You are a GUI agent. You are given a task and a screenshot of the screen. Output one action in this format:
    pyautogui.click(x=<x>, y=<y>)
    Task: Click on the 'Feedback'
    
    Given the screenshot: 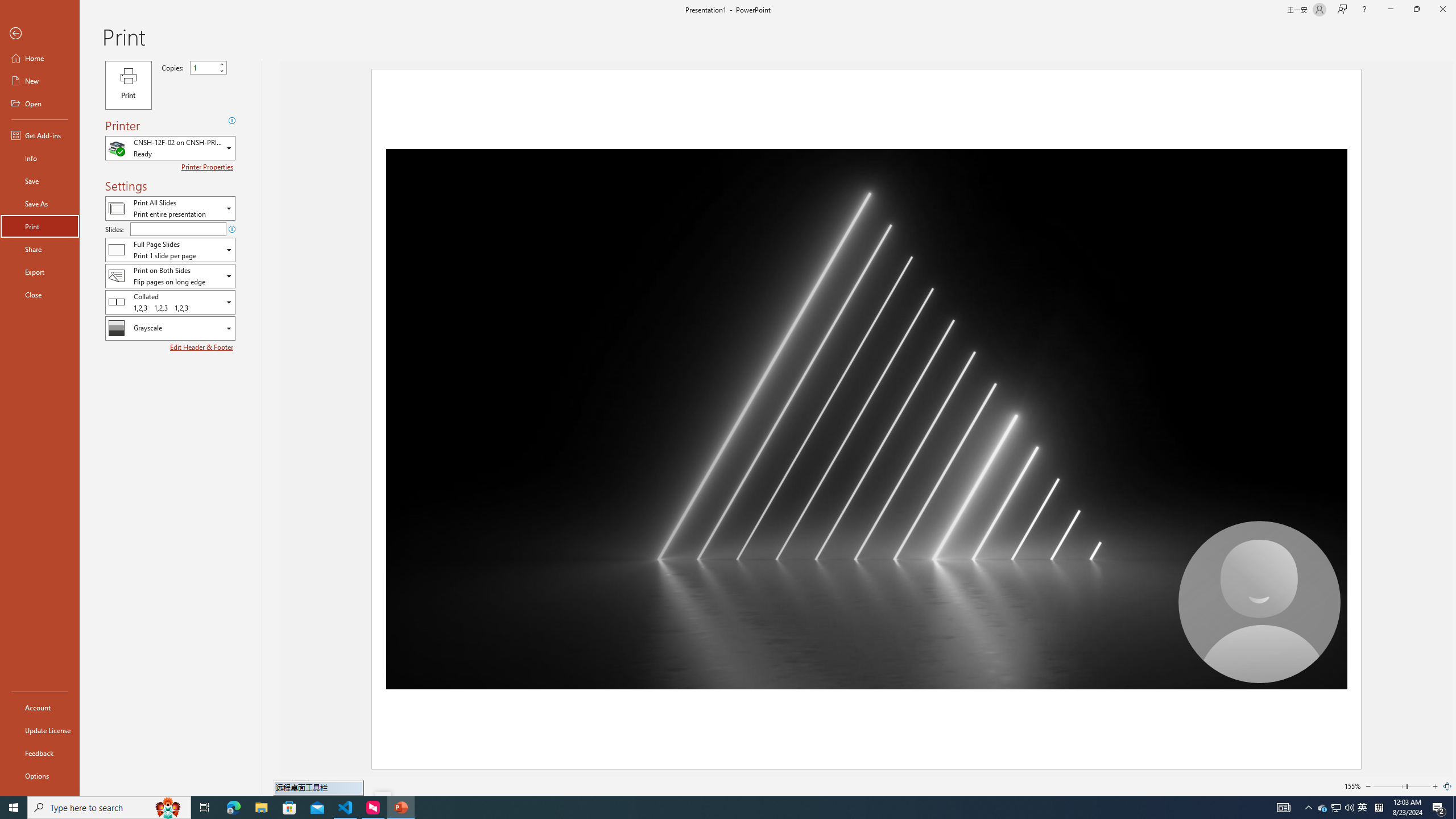 What is the action you would take?
    pyautogui.click(x=39, y=753)
    